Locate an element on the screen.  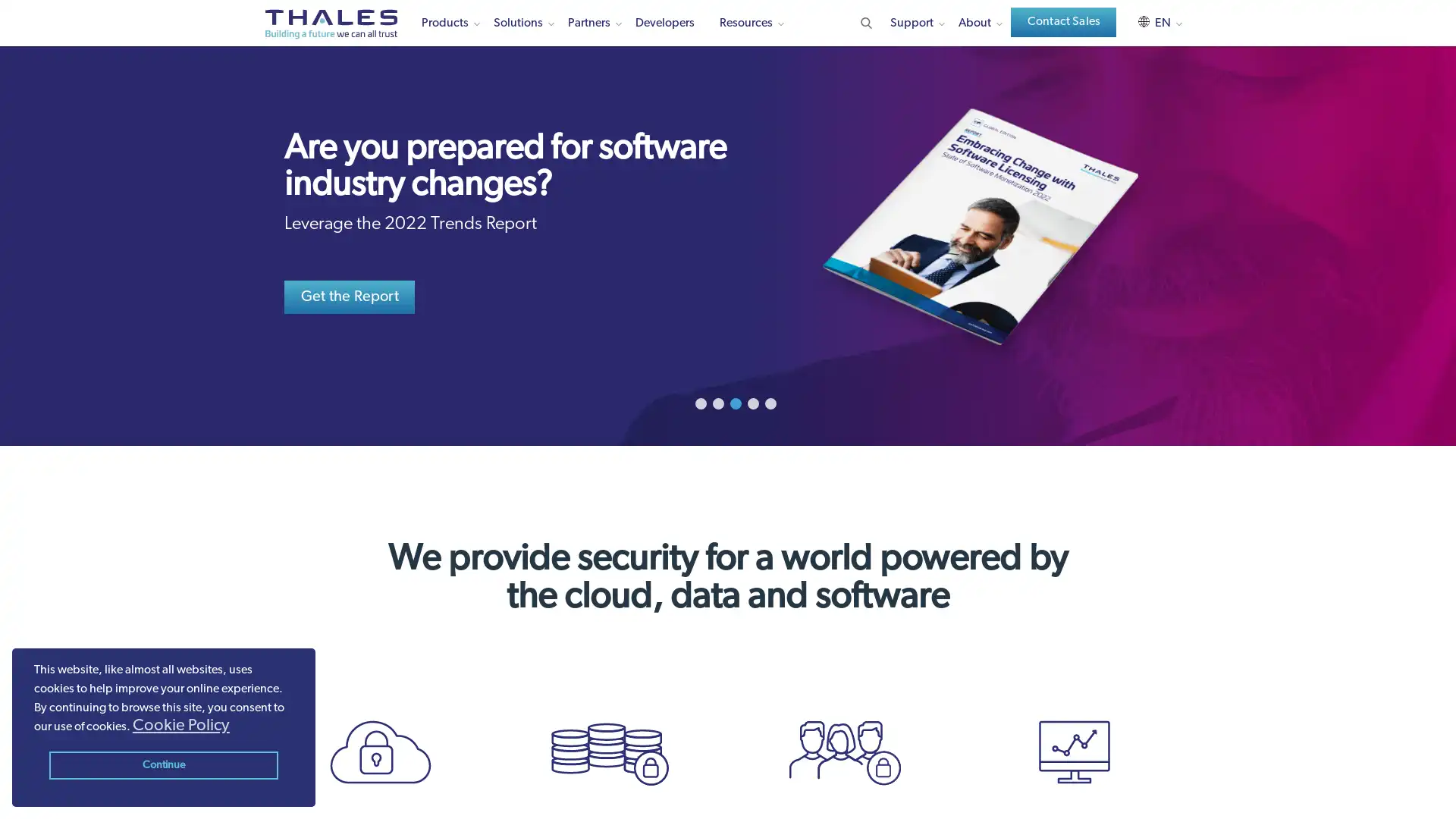
learn more about cookies is located at coordinates (180, 725).